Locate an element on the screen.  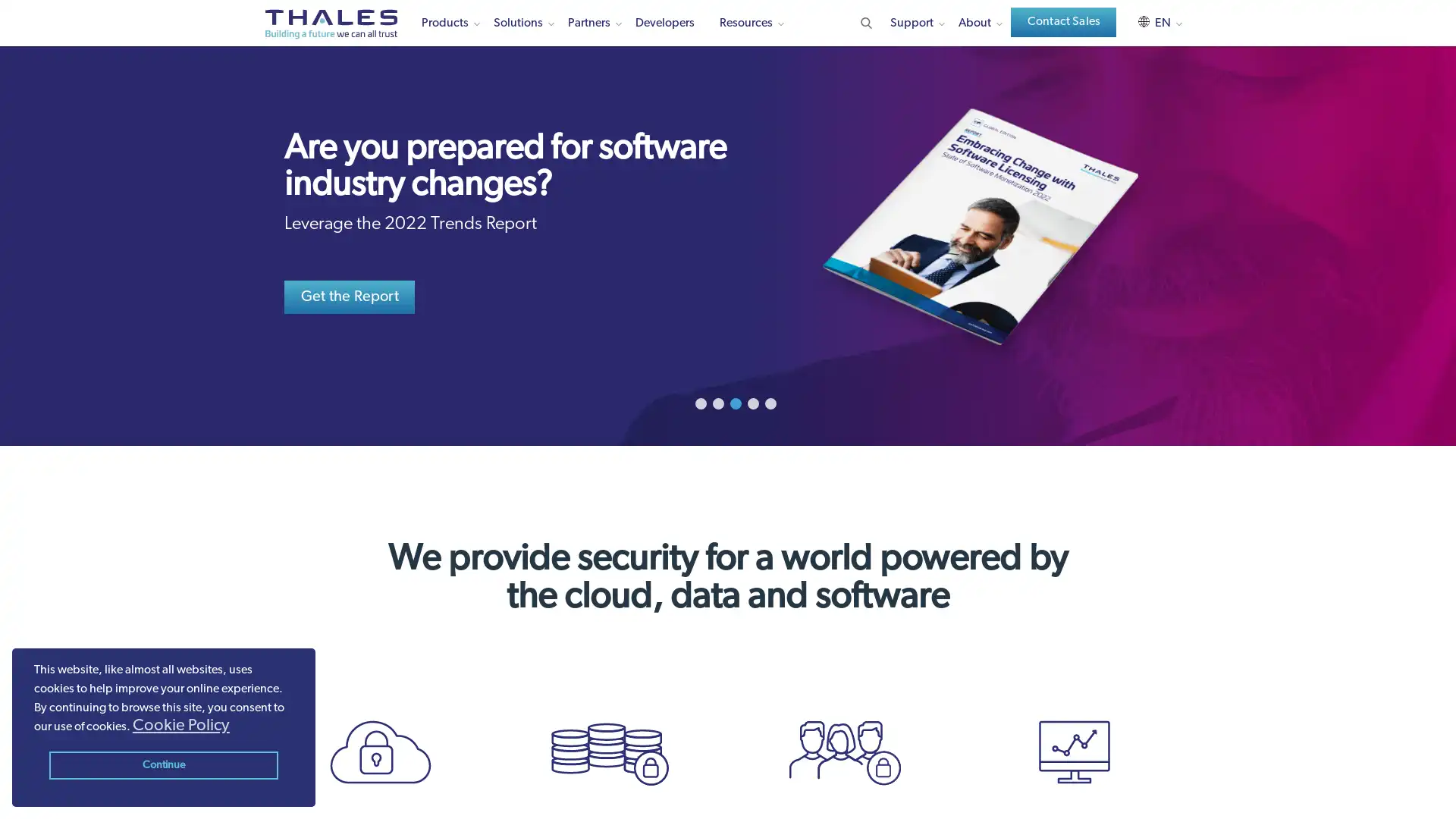
learn more about cookies is located at coordinates (180, 725).